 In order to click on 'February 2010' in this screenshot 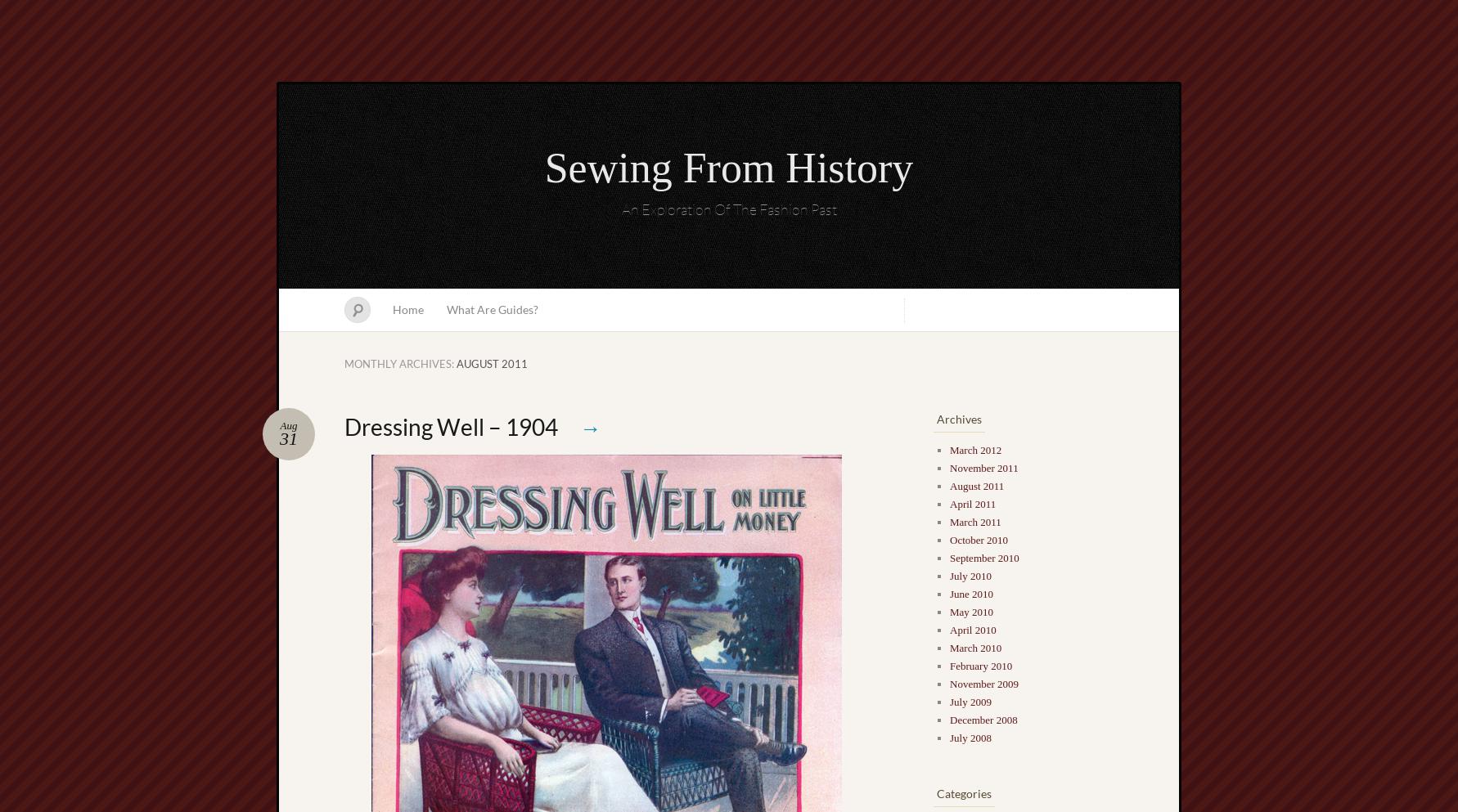, I will do `click(979, 666)`.